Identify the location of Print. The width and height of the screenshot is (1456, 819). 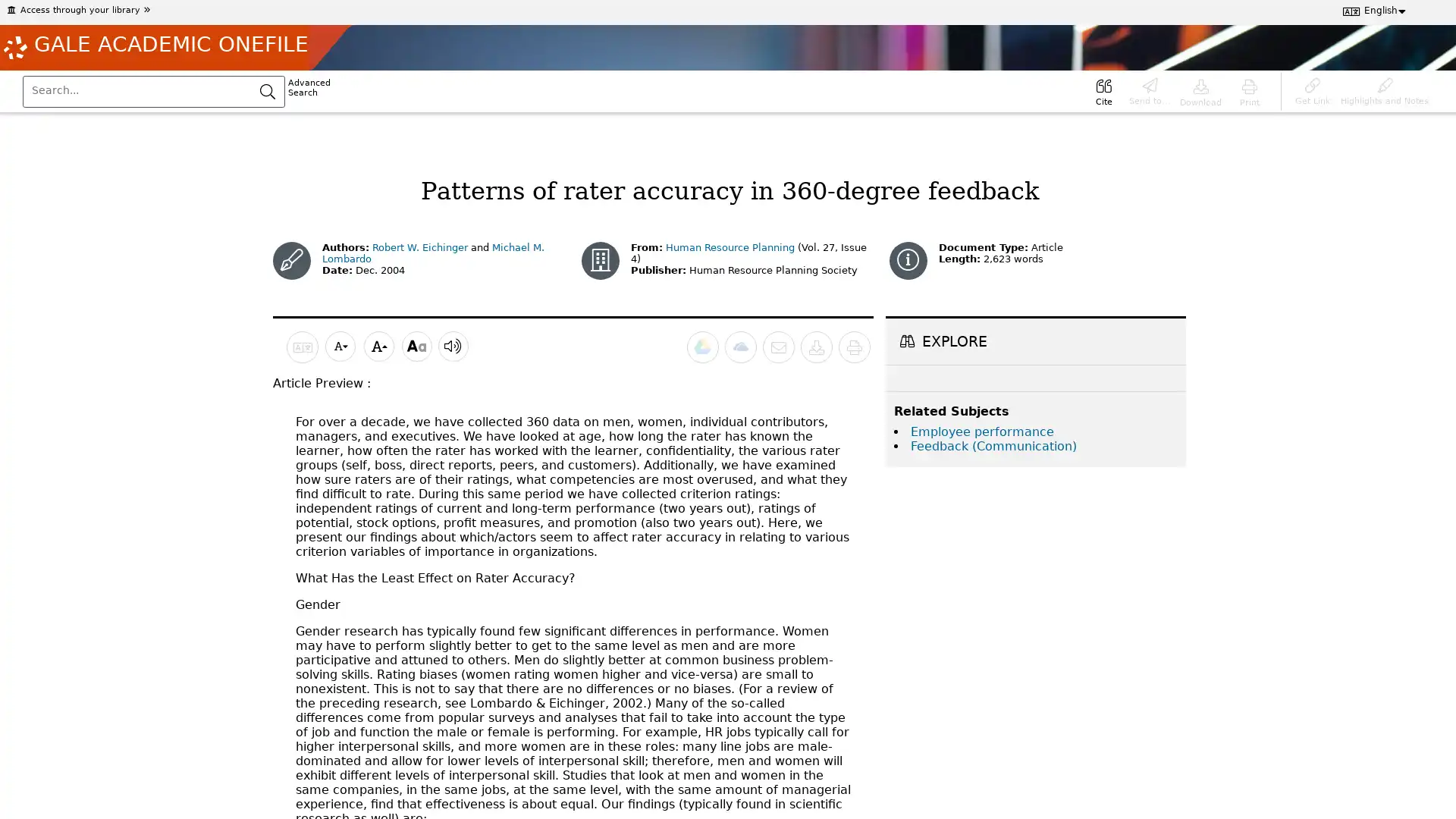
(855, 347).